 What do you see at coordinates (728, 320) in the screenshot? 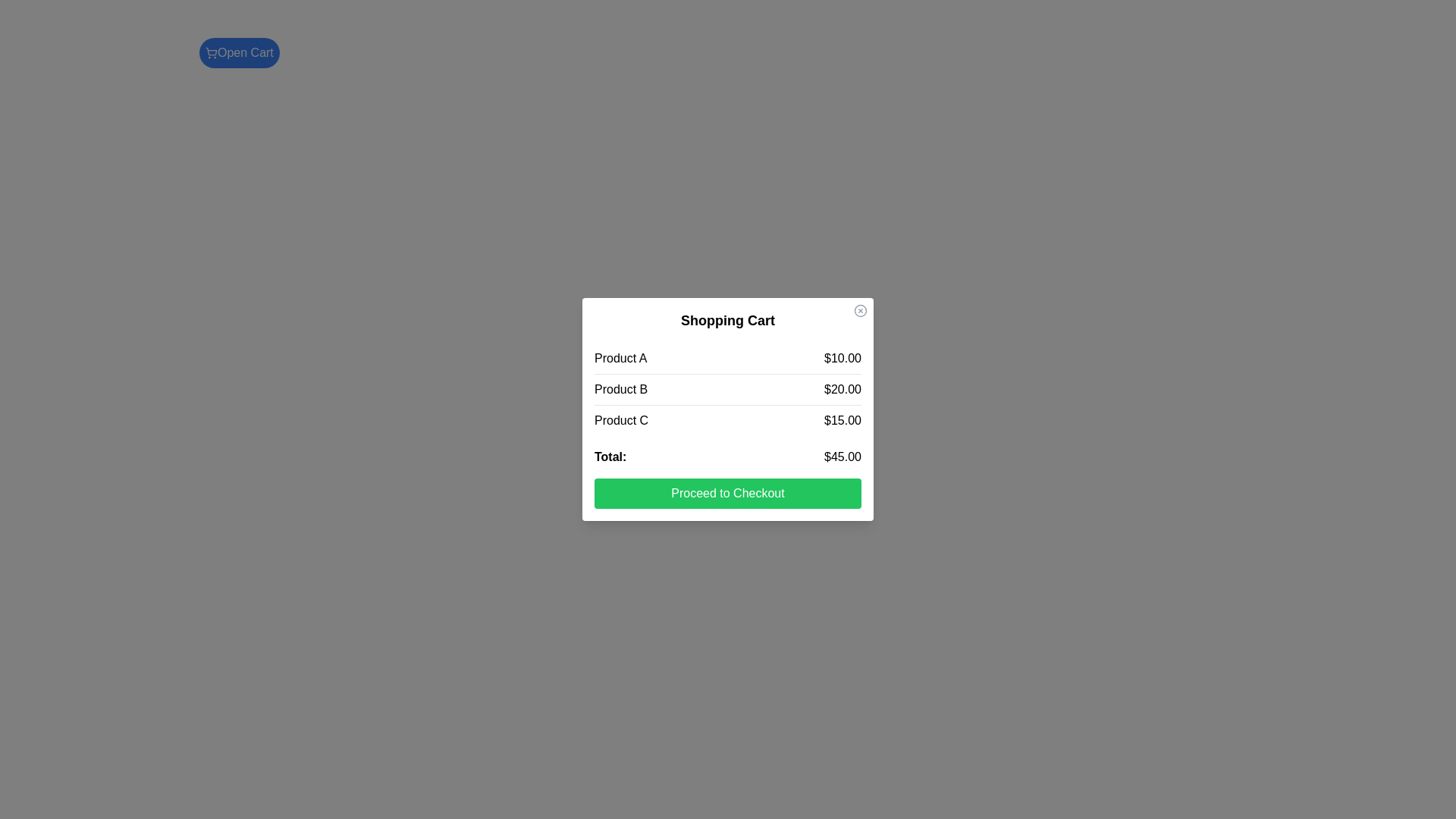
I see `prominent 'Shopping Cart' text label, which is a bold, large-font black label located at the upper section of a white rounded-corner card` at bounding box center [728, 320].